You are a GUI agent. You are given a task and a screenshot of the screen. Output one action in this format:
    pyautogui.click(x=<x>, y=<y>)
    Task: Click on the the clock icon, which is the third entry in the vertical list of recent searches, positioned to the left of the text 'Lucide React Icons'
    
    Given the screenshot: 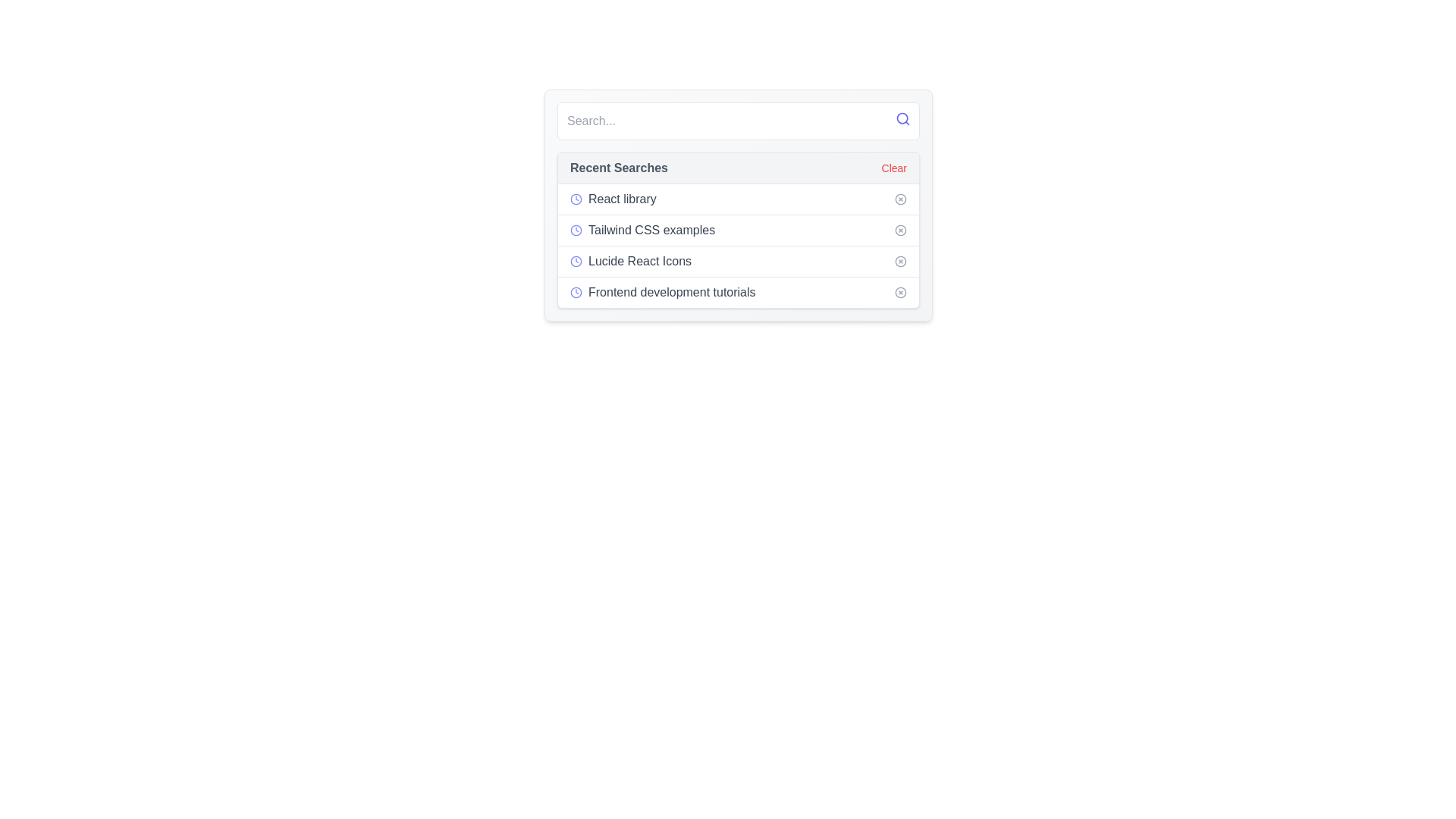 What is the action you would take?
    pyautogui.click(x=575, y=260)
    